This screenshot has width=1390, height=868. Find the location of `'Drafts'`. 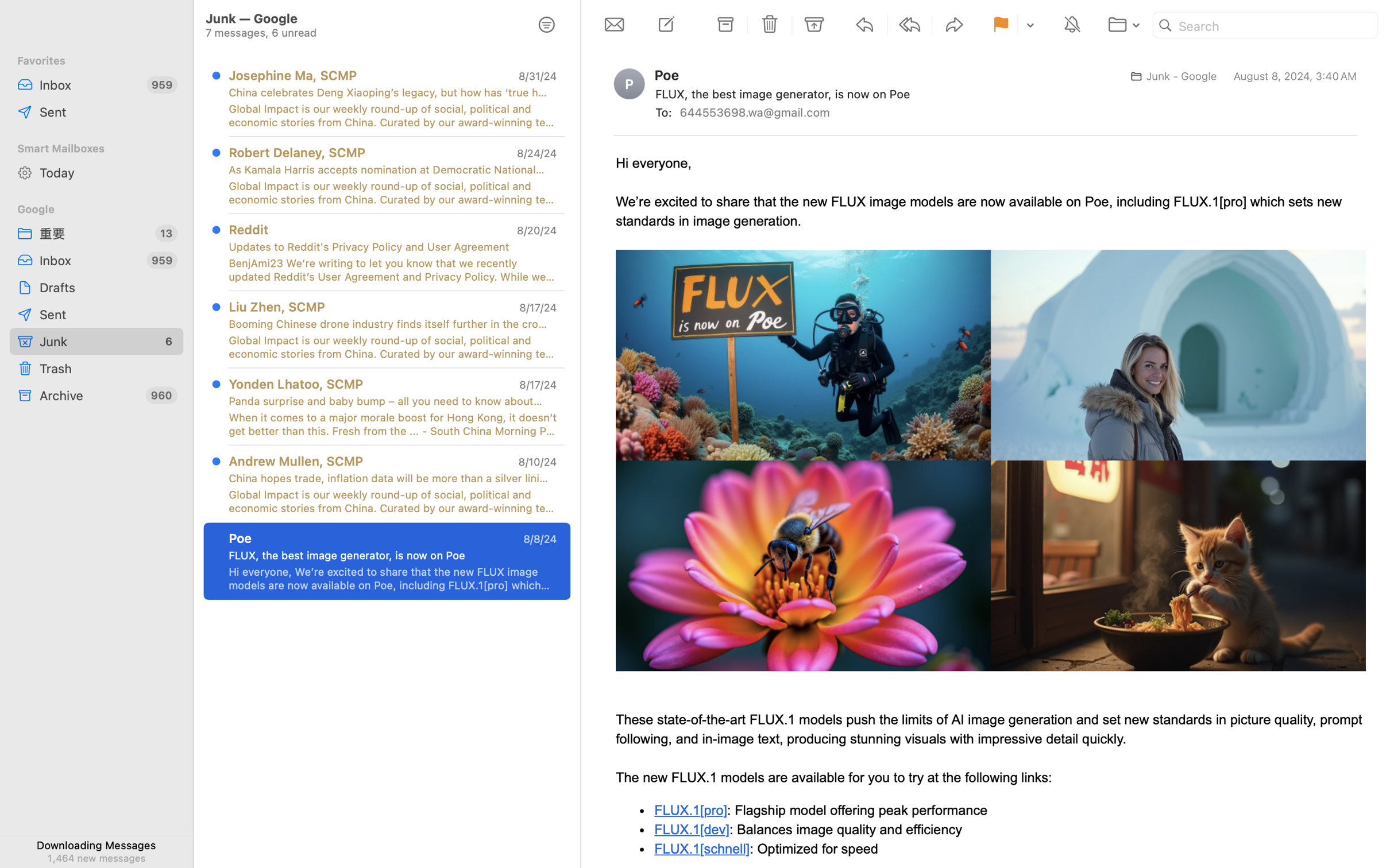

'Drafts' is located at coordinates (107, 286).